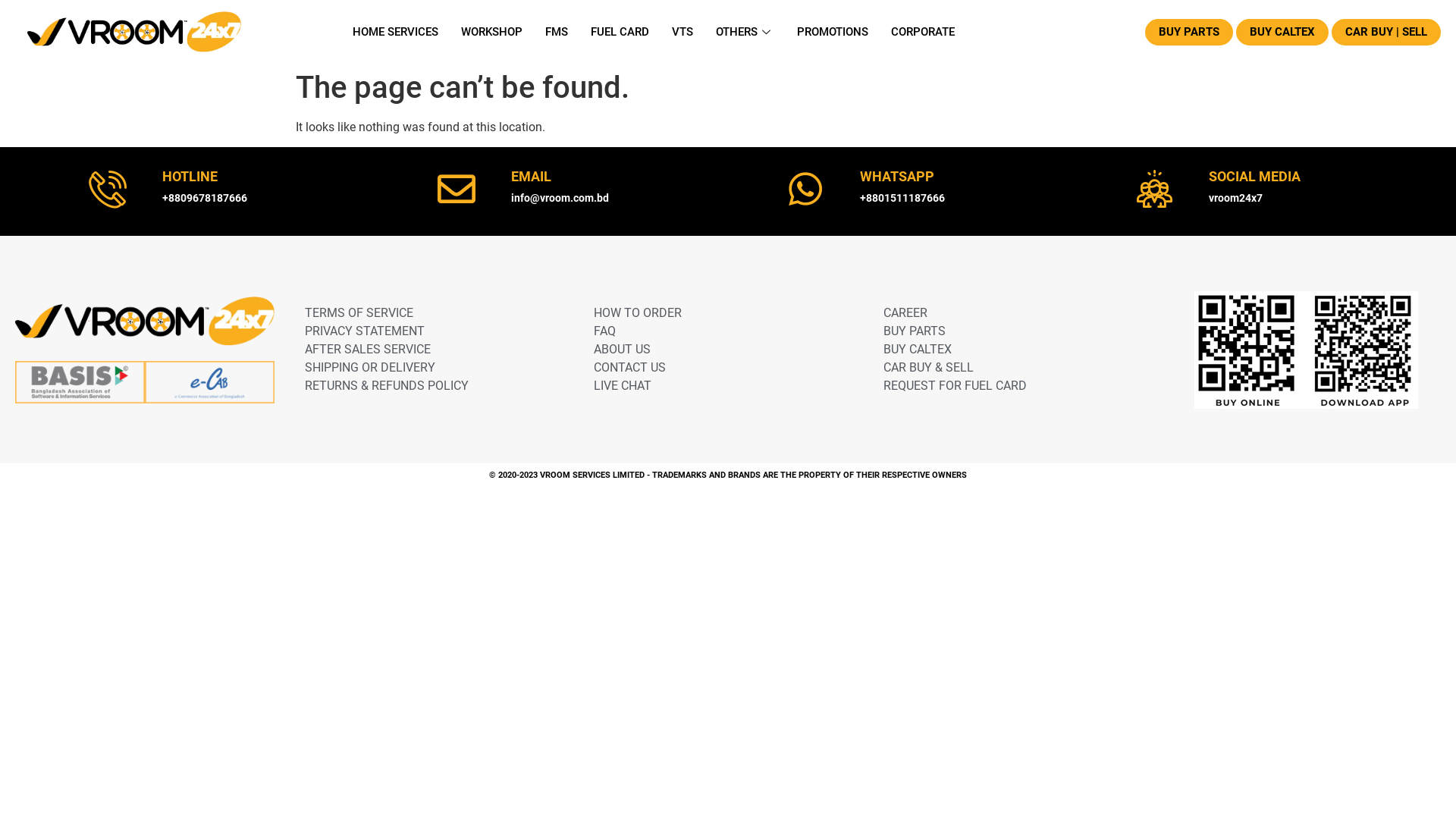 The height and width of the screenshot is (819, 1456). I want to click on 'FUEL CARD', so click(620, 32).